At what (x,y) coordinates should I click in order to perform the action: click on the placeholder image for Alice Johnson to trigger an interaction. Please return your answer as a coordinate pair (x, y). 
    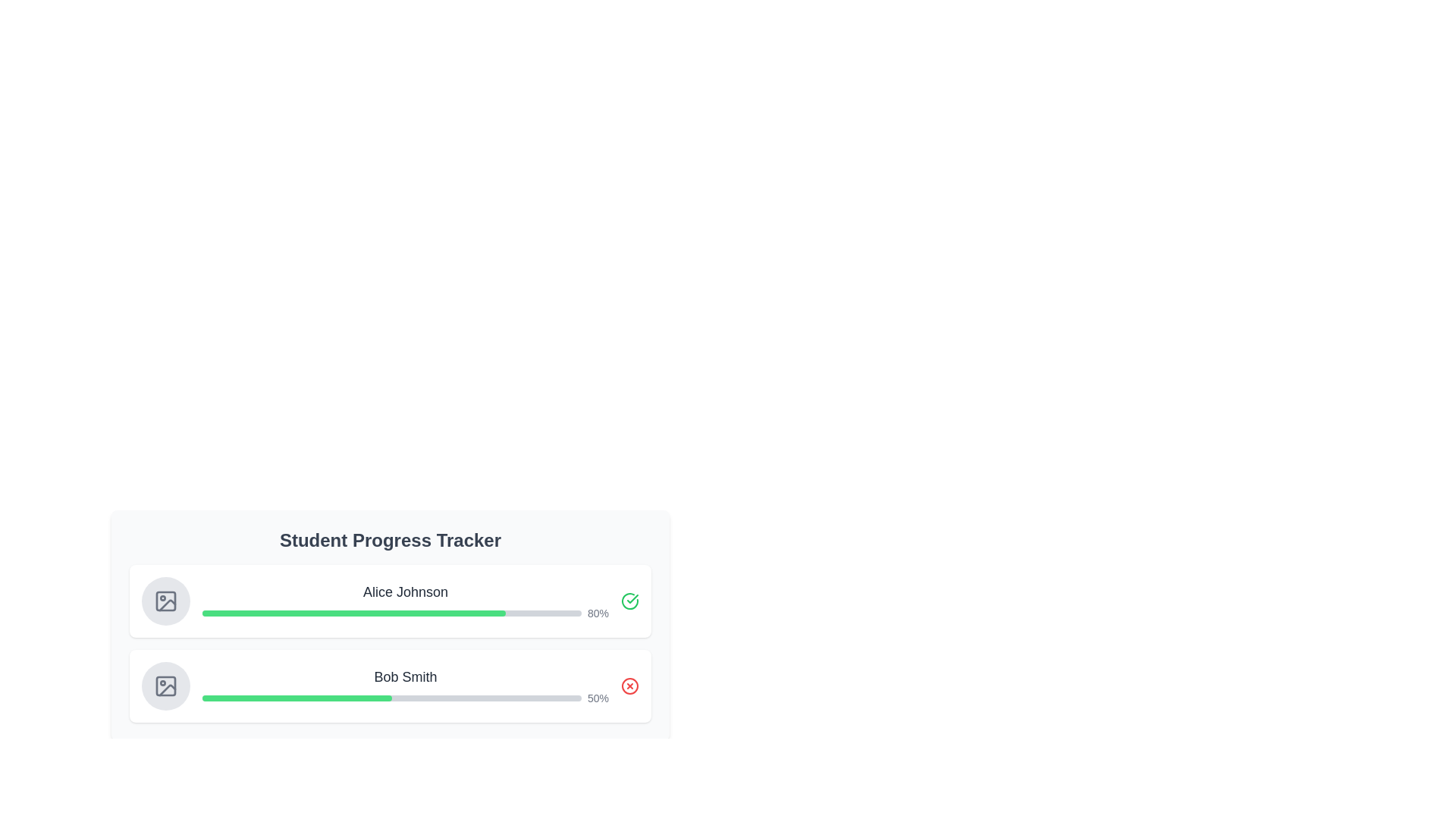
    Looking at the image, I should click on (166, 601).